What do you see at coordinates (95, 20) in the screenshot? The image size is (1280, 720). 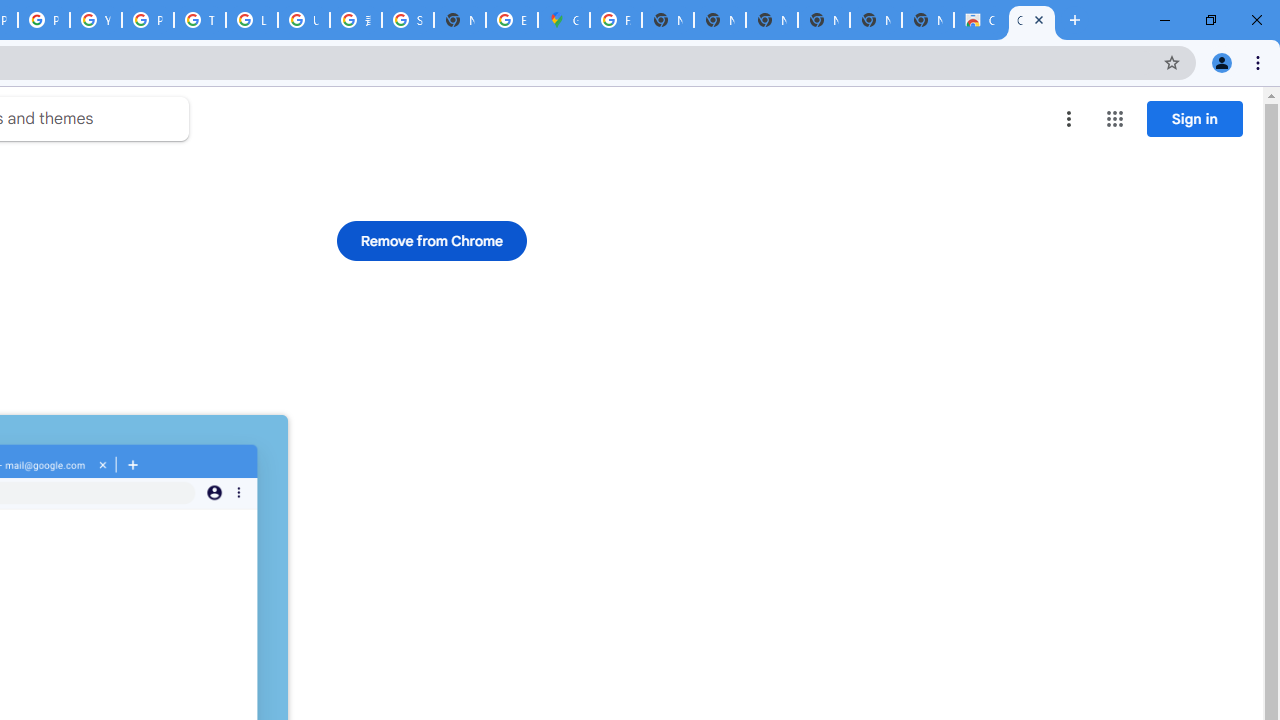 I see `'YouTube'` at bounding box center [95, 20].